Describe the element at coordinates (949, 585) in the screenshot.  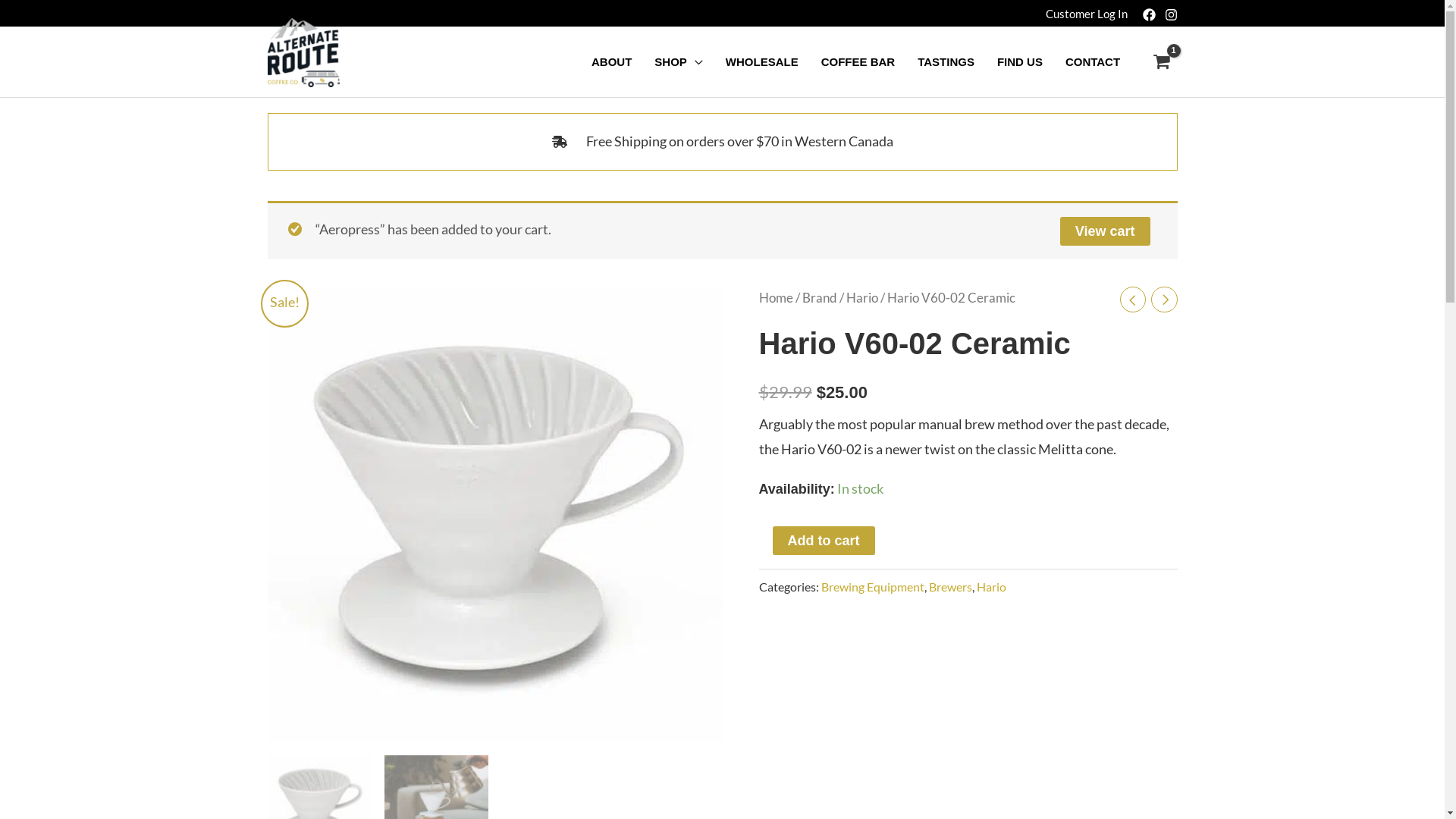
I see `'Brewers'` at that location.